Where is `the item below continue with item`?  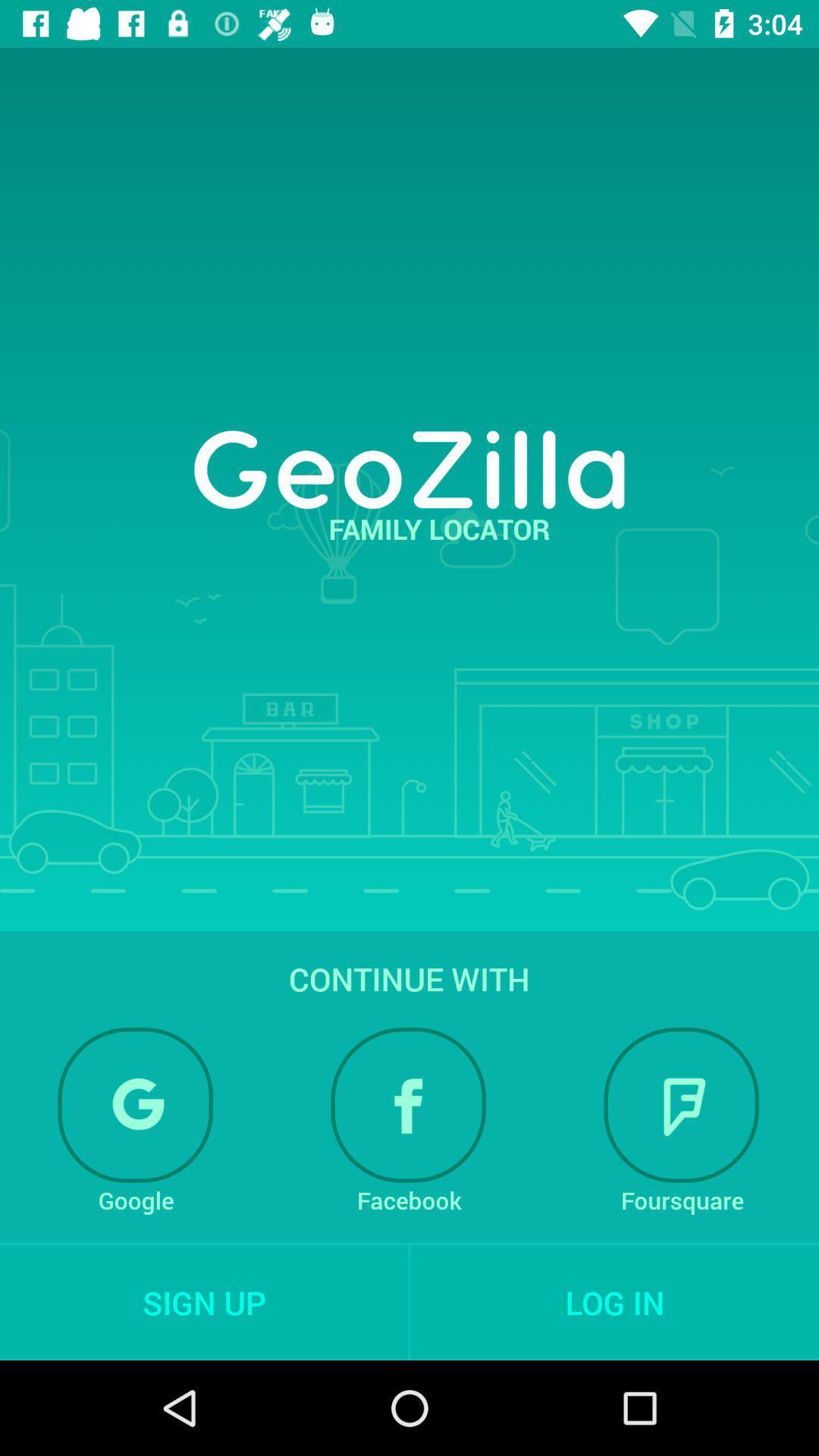
the item below continue with item is located at coordinates (408, 1105).